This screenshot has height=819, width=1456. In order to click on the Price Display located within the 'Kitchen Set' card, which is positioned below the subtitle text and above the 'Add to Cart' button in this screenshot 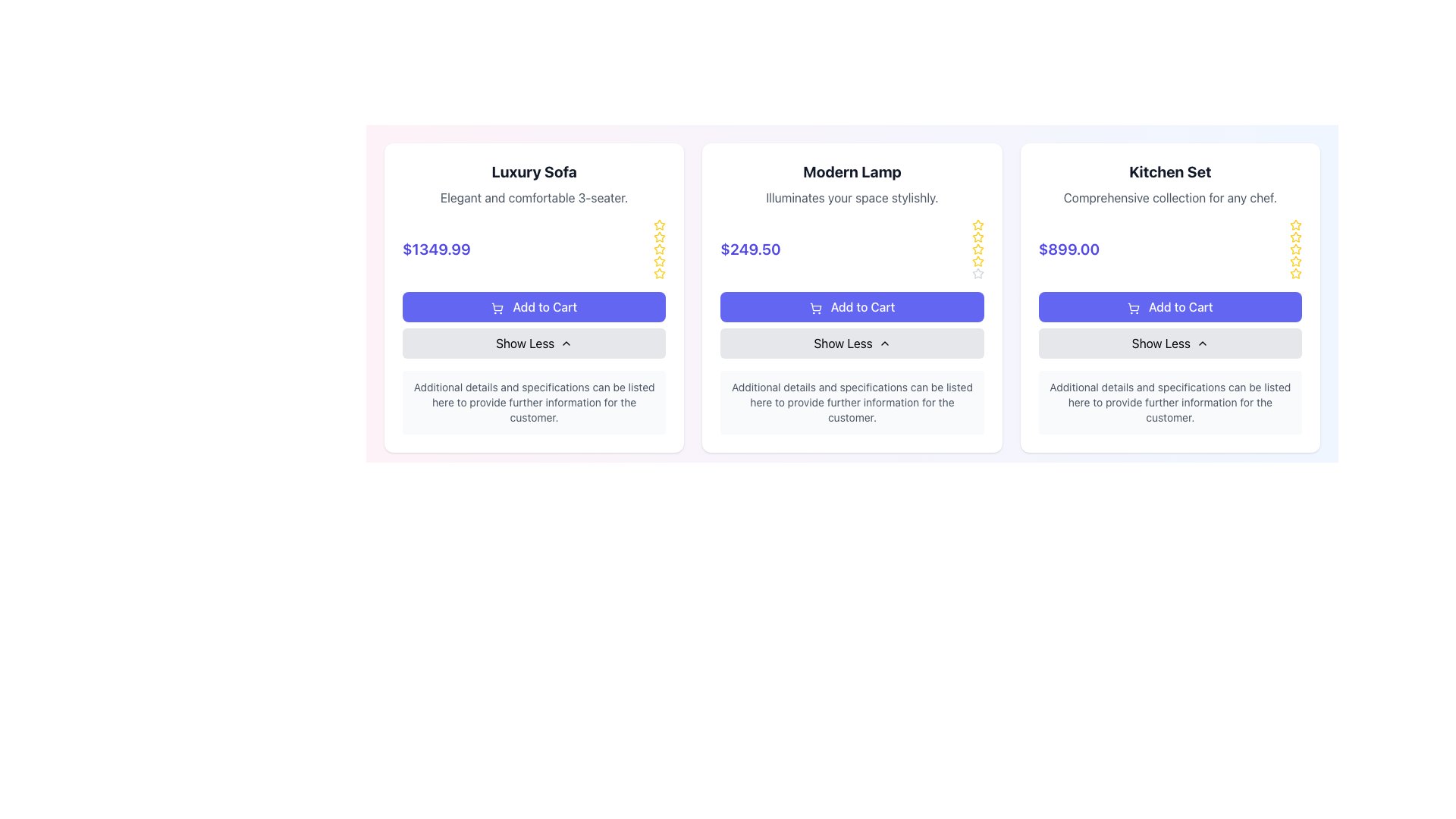, I will do `click(1169, 248)`.